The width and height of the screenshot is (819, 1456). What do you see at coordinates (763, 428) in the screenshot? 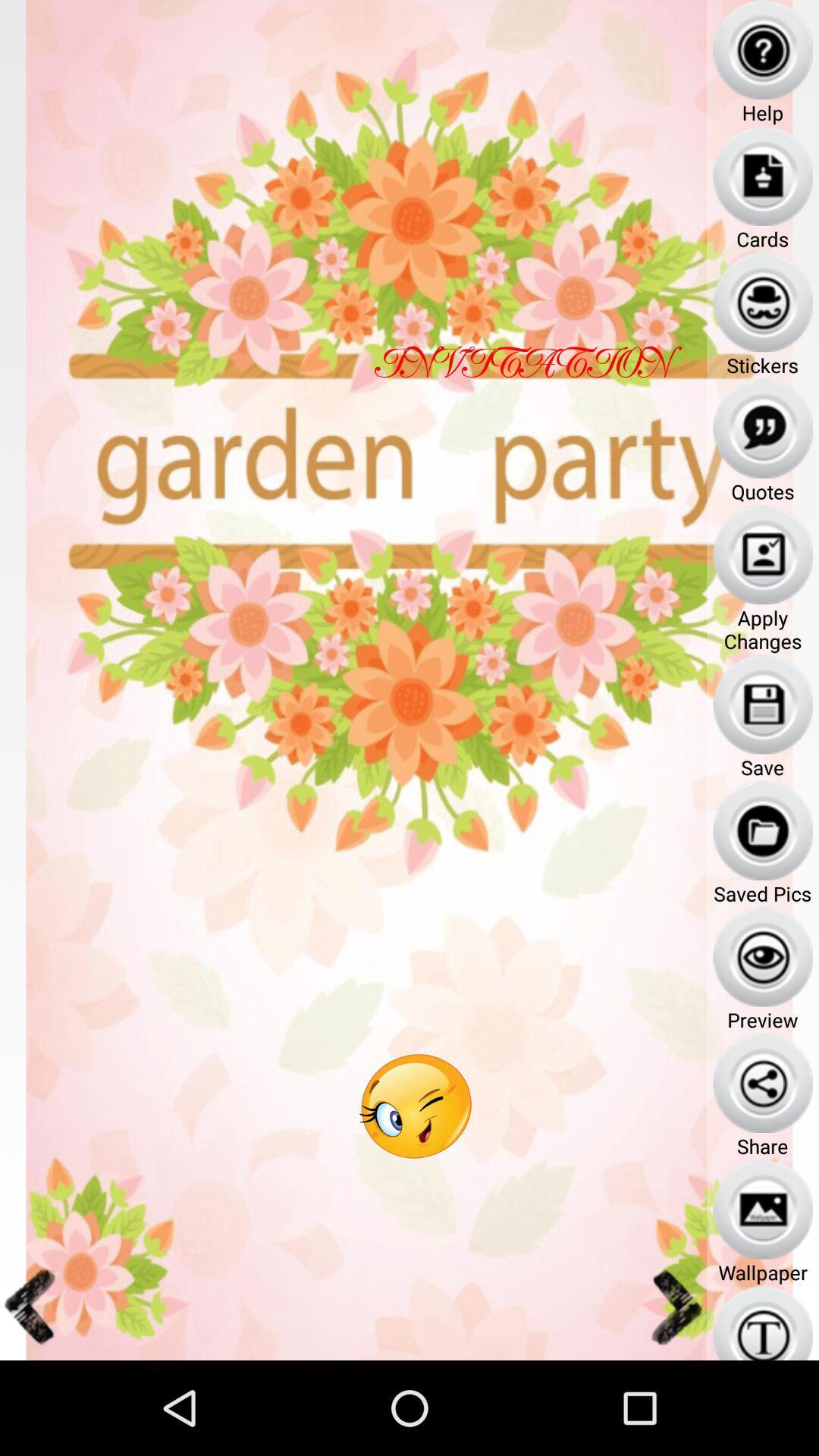
I see `the item above the quotes icon` at bounding box center [763, 428].